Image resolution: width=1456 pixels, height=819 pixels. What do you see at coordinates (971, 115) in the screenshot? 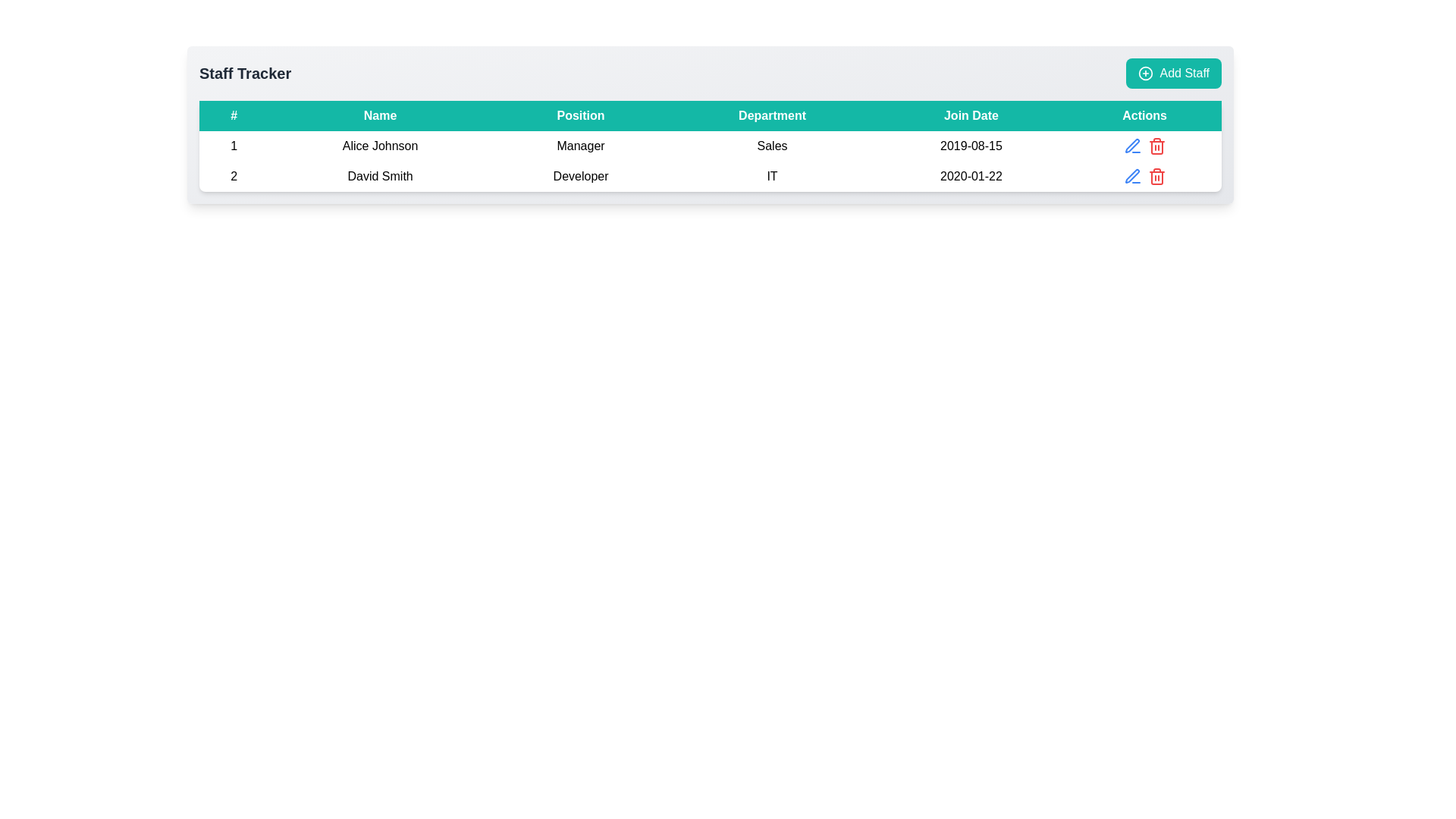
I see `the Table Header Cell displaying 'Join Date', which is the fifth column header in the table, centrally aligned within its cell` at bounding box center [971, 115].